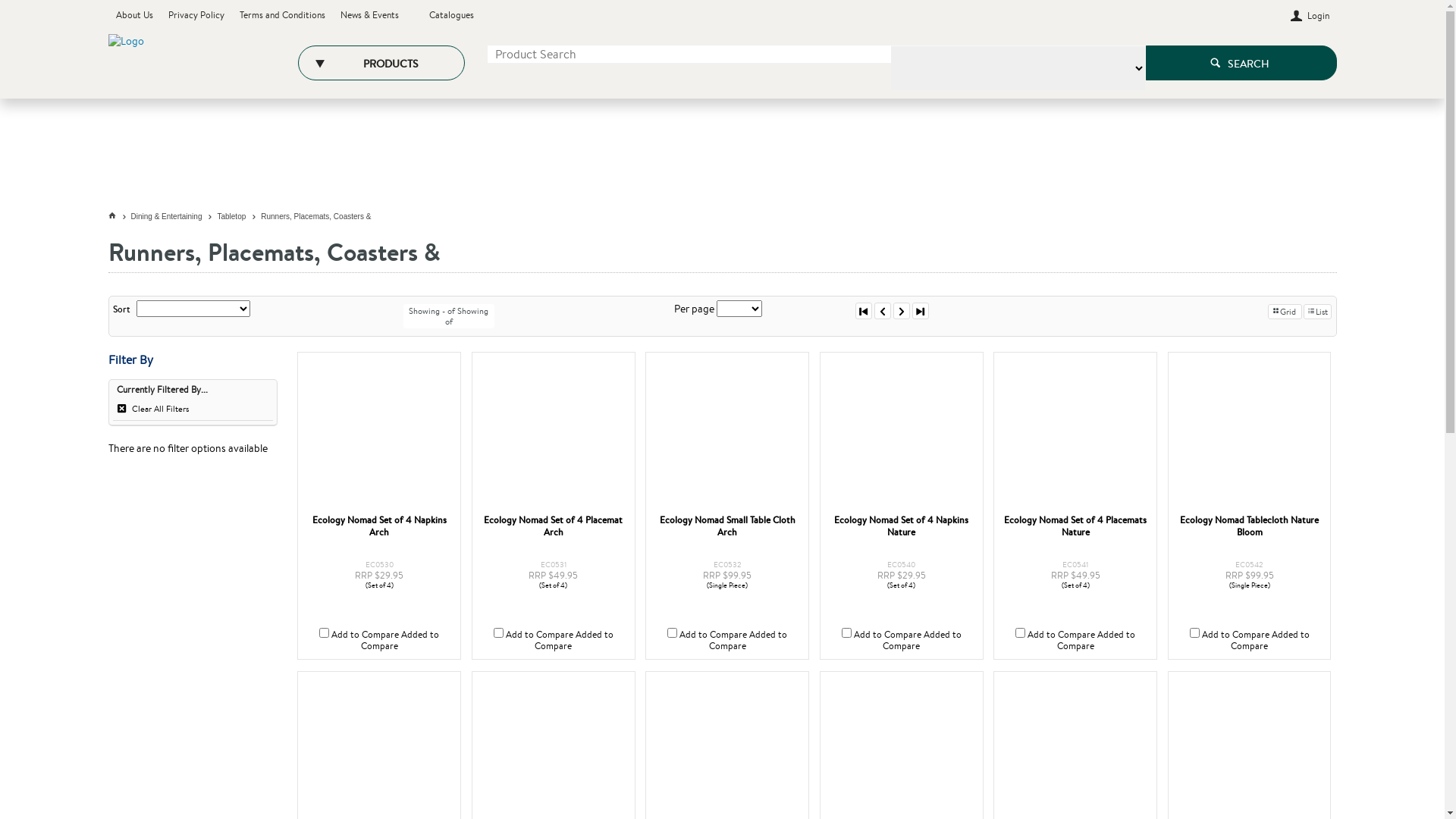 This screenshot has height=819, width=1456. What do you see at coordinates (573, 640) in the screenshot?
I see `'Added to Compare'` at bounding box center [573, 640].